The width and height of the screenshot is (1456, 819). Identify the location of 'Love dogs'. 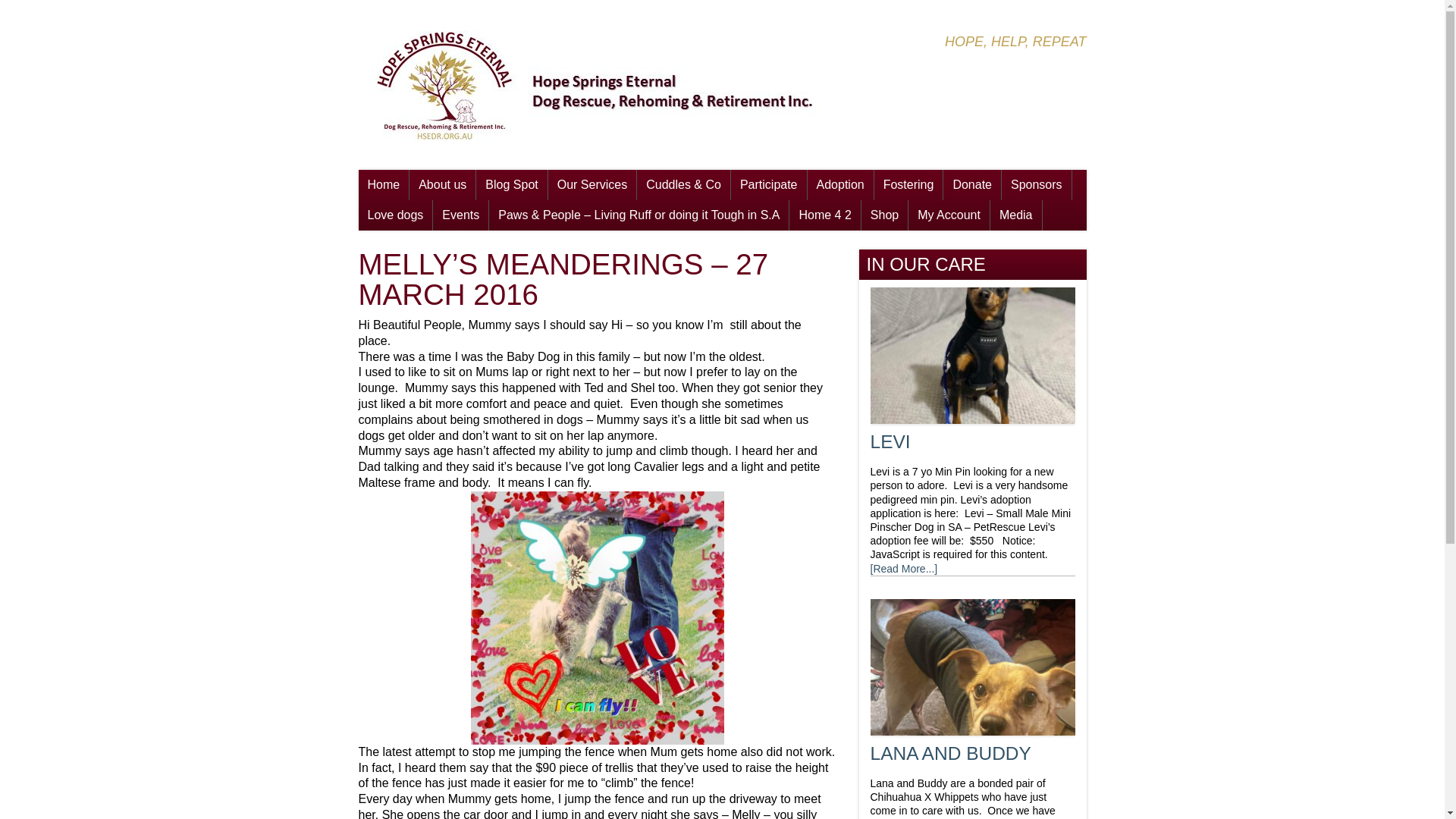
(395, 215).